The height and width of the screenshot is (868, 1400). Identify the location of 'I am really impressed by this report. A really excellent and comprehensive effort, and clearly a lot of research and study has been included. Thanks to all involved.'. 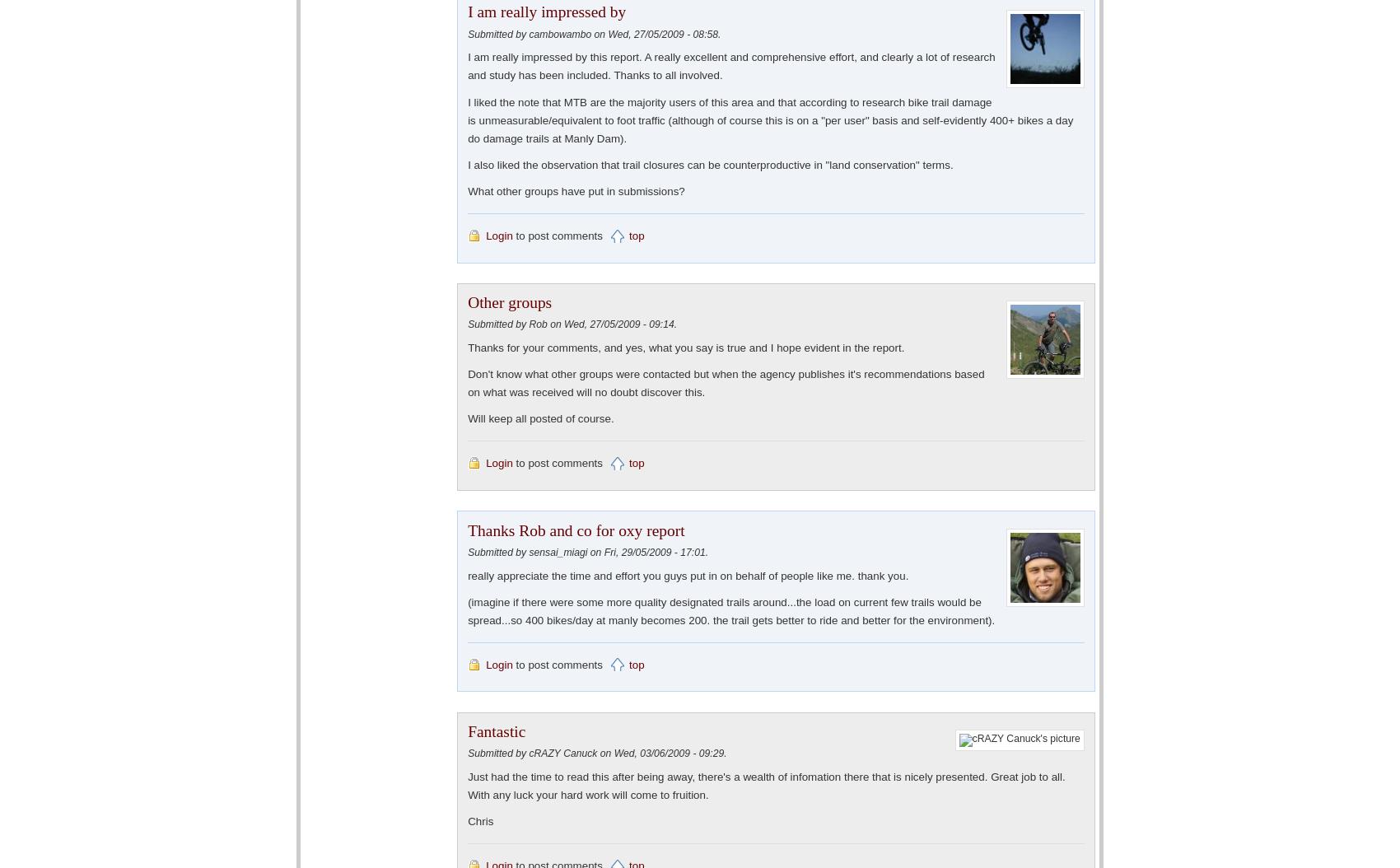
(731, 65).